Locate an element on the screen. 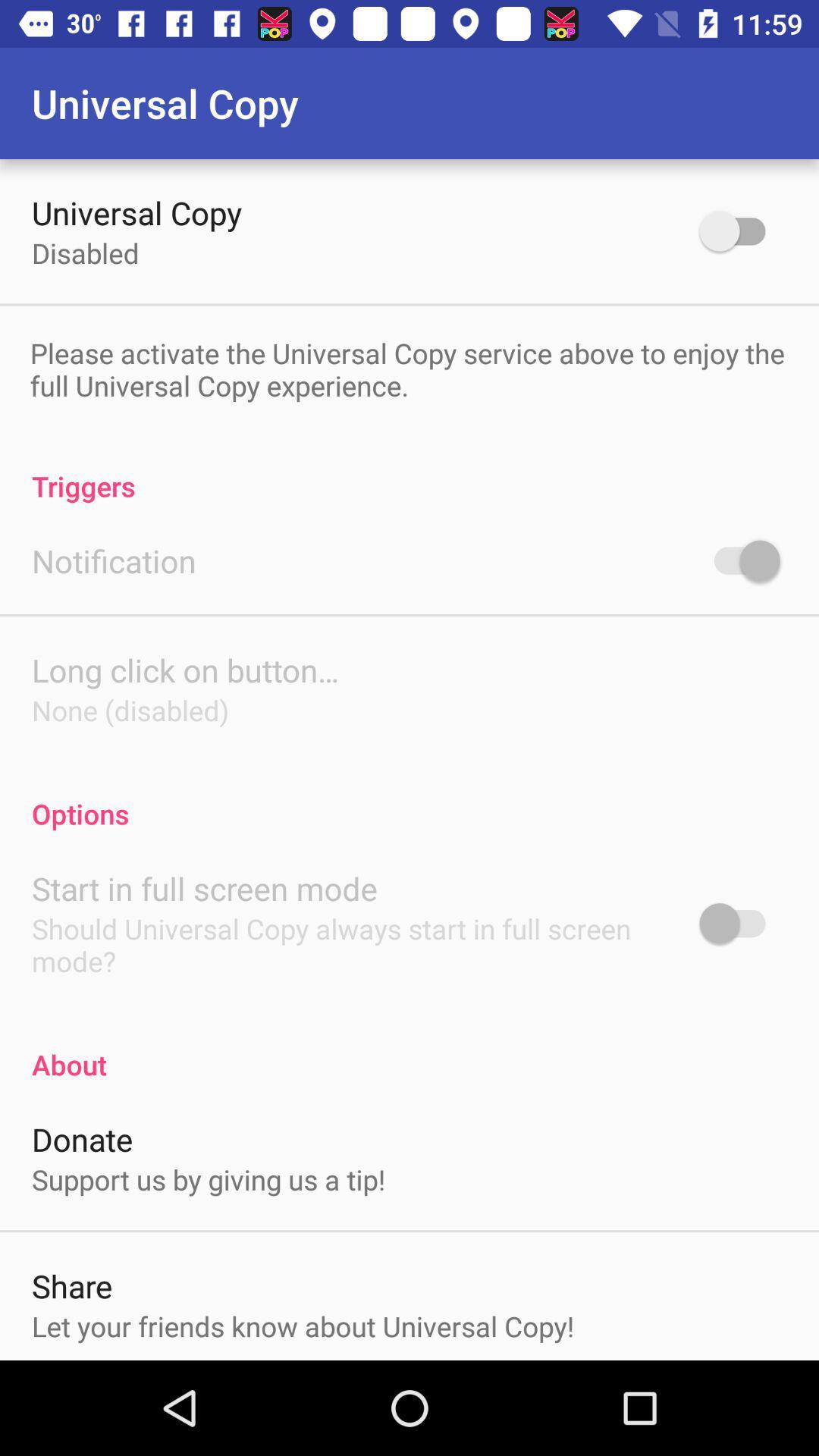 This screenshot has width=819, height=1456. the donate item is located at coordinates (82, 1139).